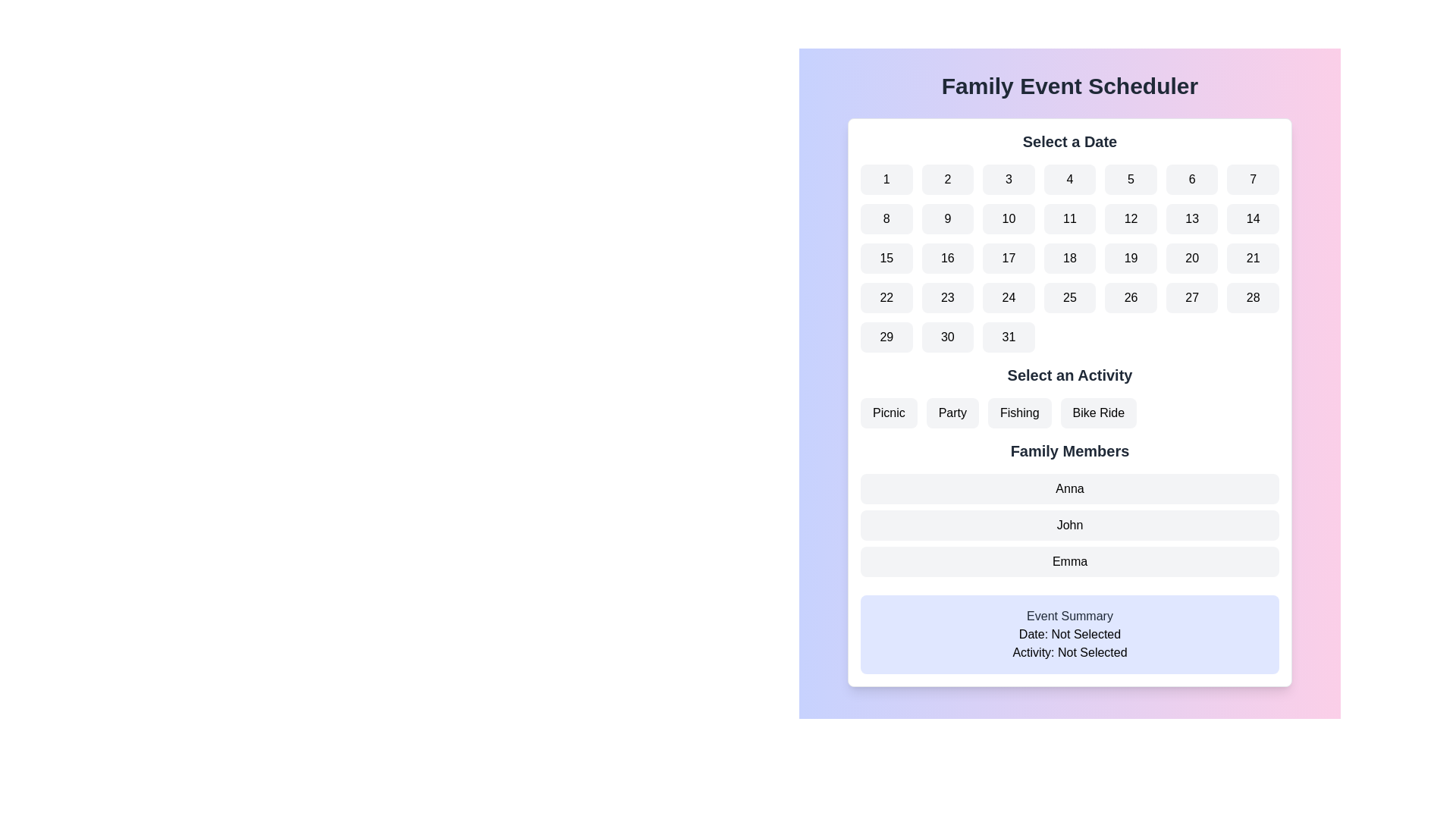 The image size is (1456, 819). Describe the element at coordinates (1069, 257) in the screenshot. I see `the button representing the 18th day of the month in the calendar` at that location.